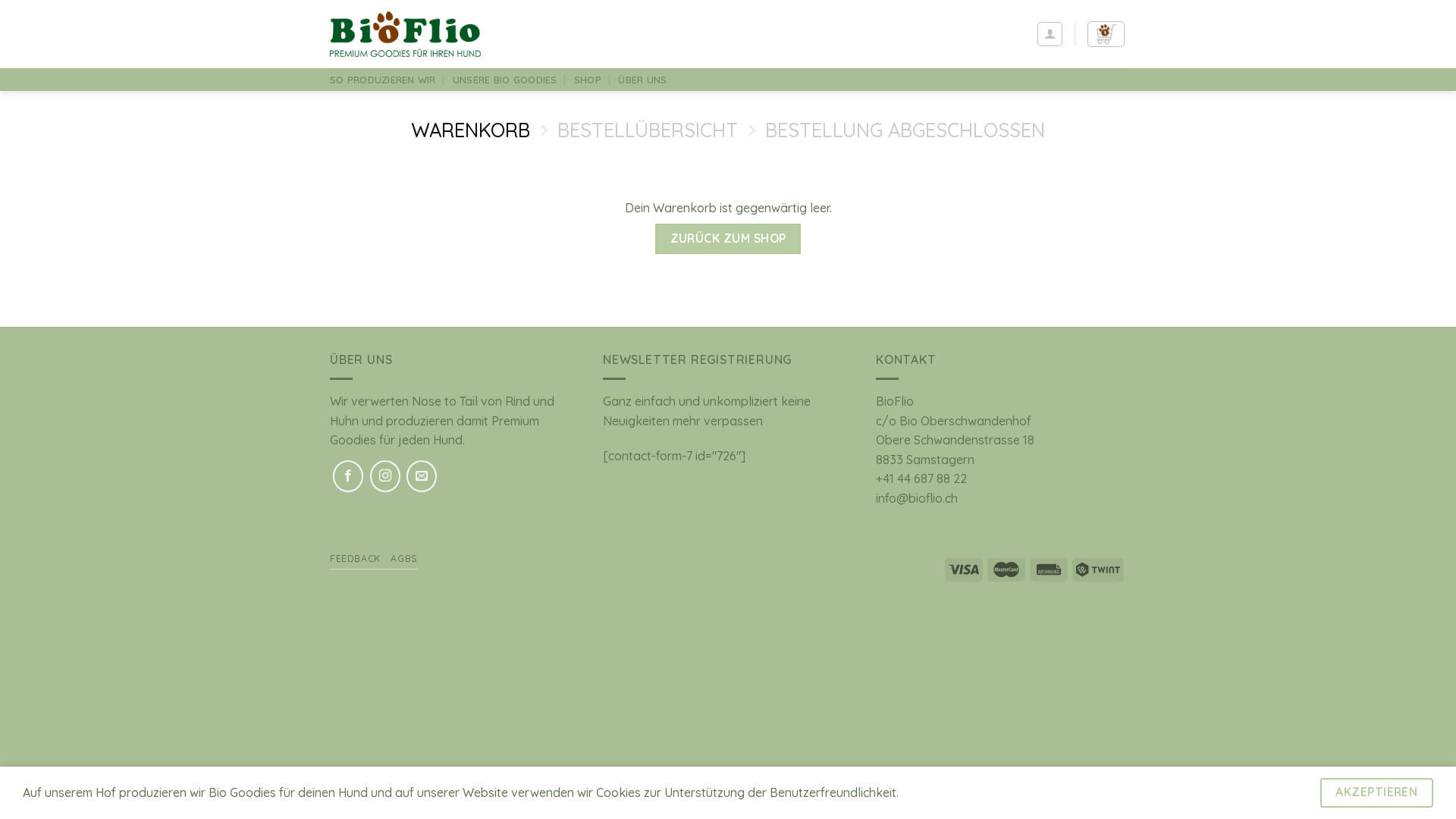  Describe the element at coordinates (405, 34) in the screenshot. I see `'BioFlio - BioGoodies direkt vom Hof'` at that location.